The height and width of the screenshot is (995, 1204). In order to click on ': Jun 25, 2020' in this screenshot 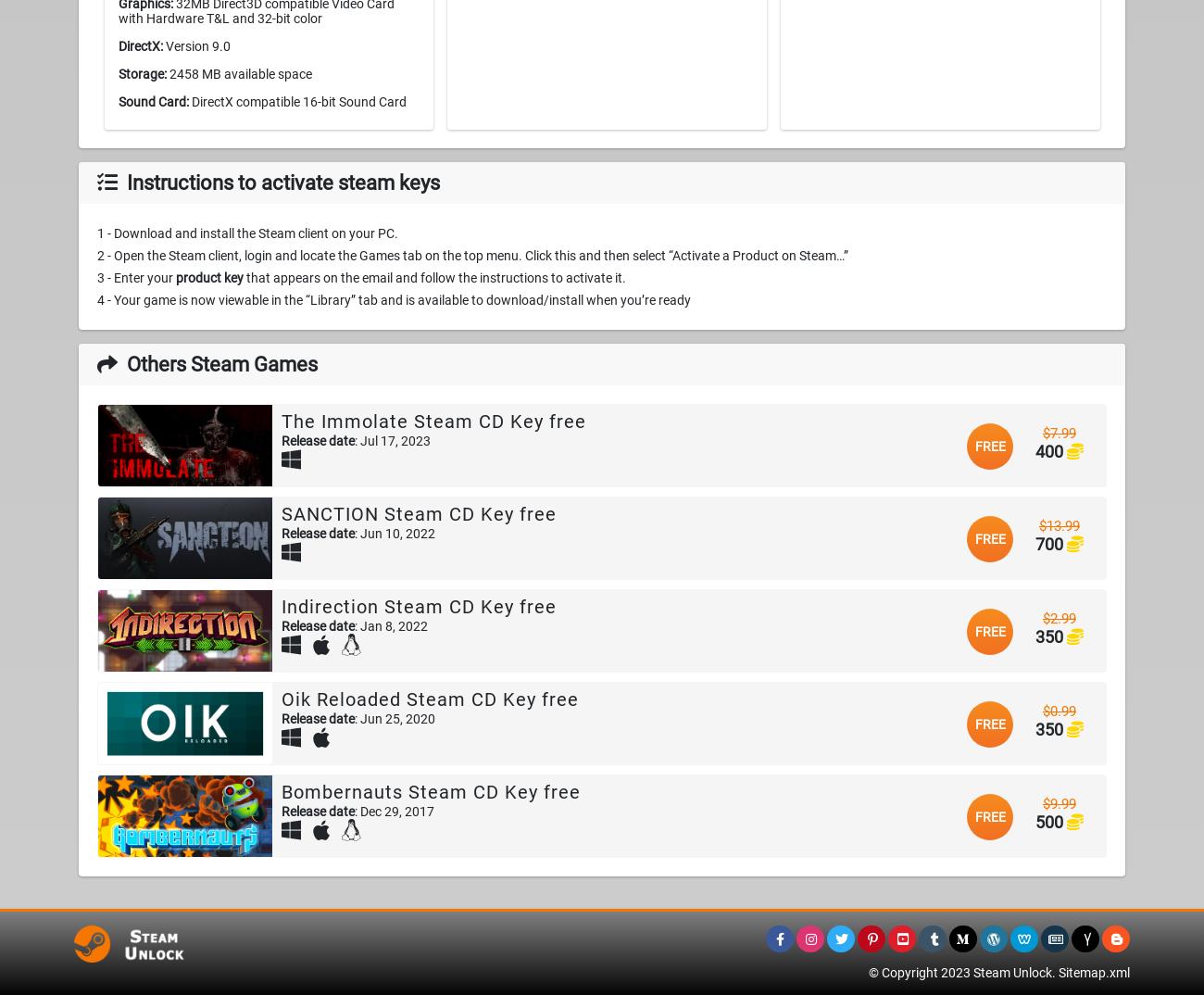, I will do `click(395, 717)`.